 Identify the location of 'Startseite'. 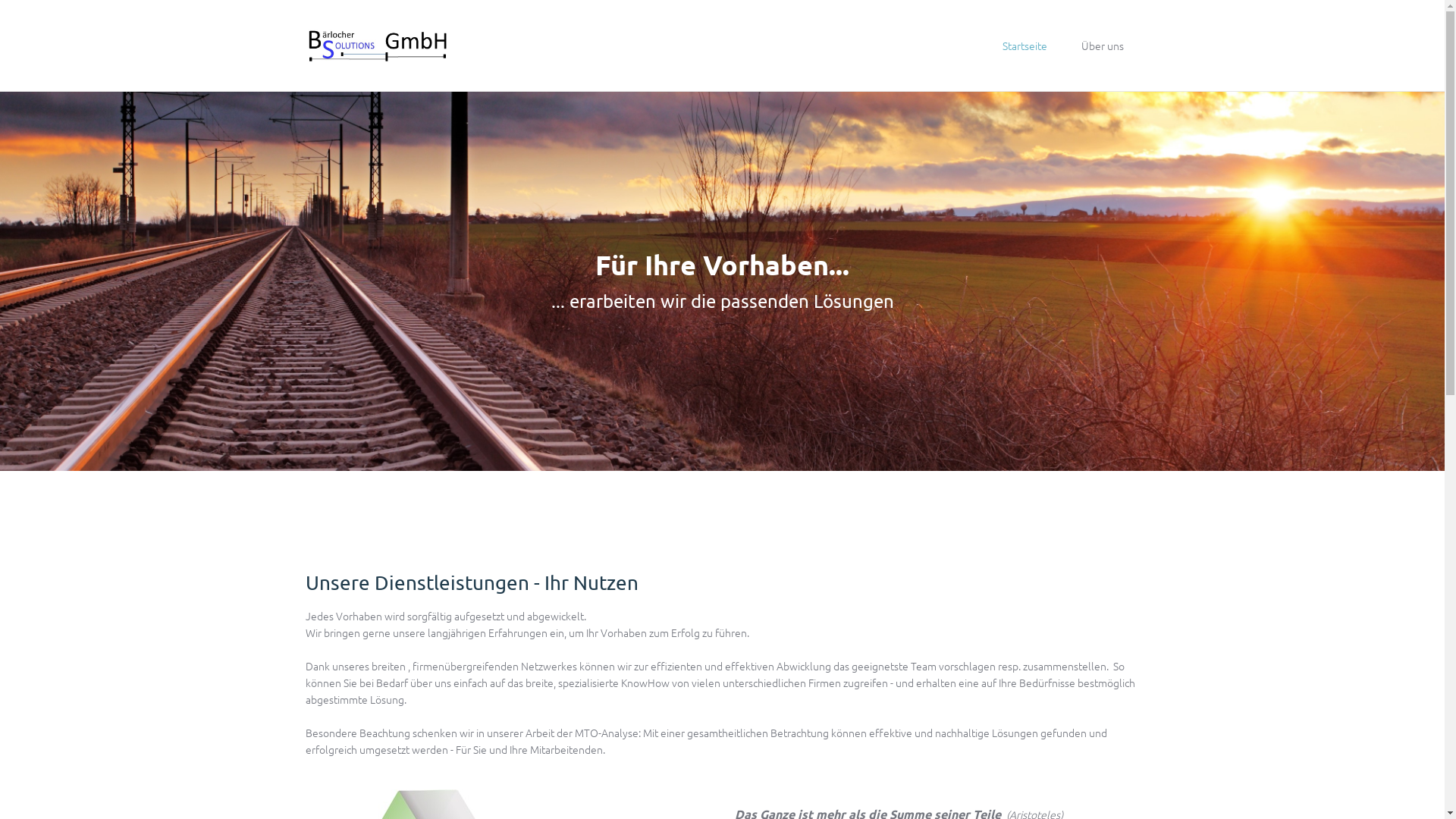
(1025, 45).